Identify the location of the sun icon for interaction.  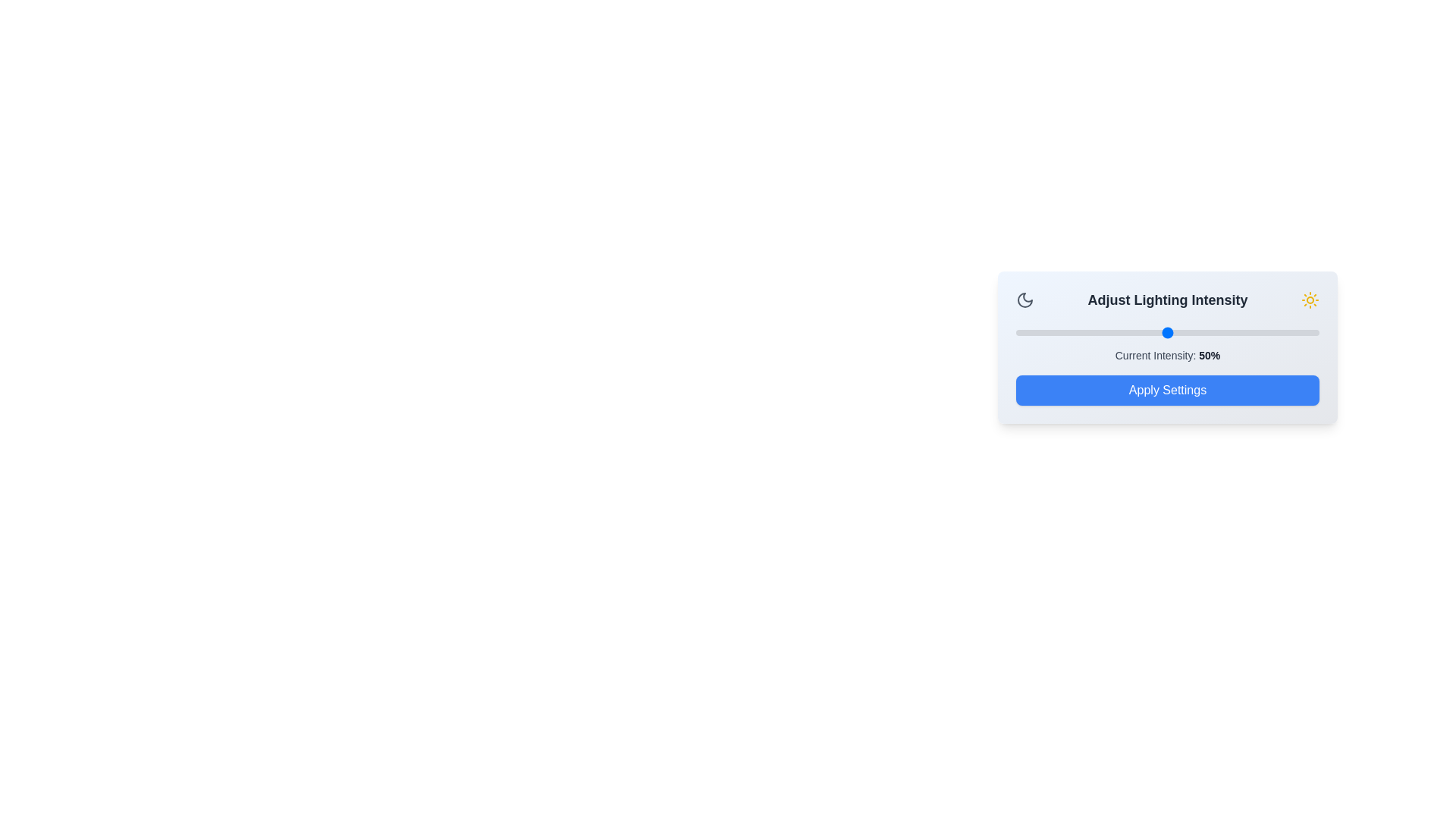
(1310, 300).